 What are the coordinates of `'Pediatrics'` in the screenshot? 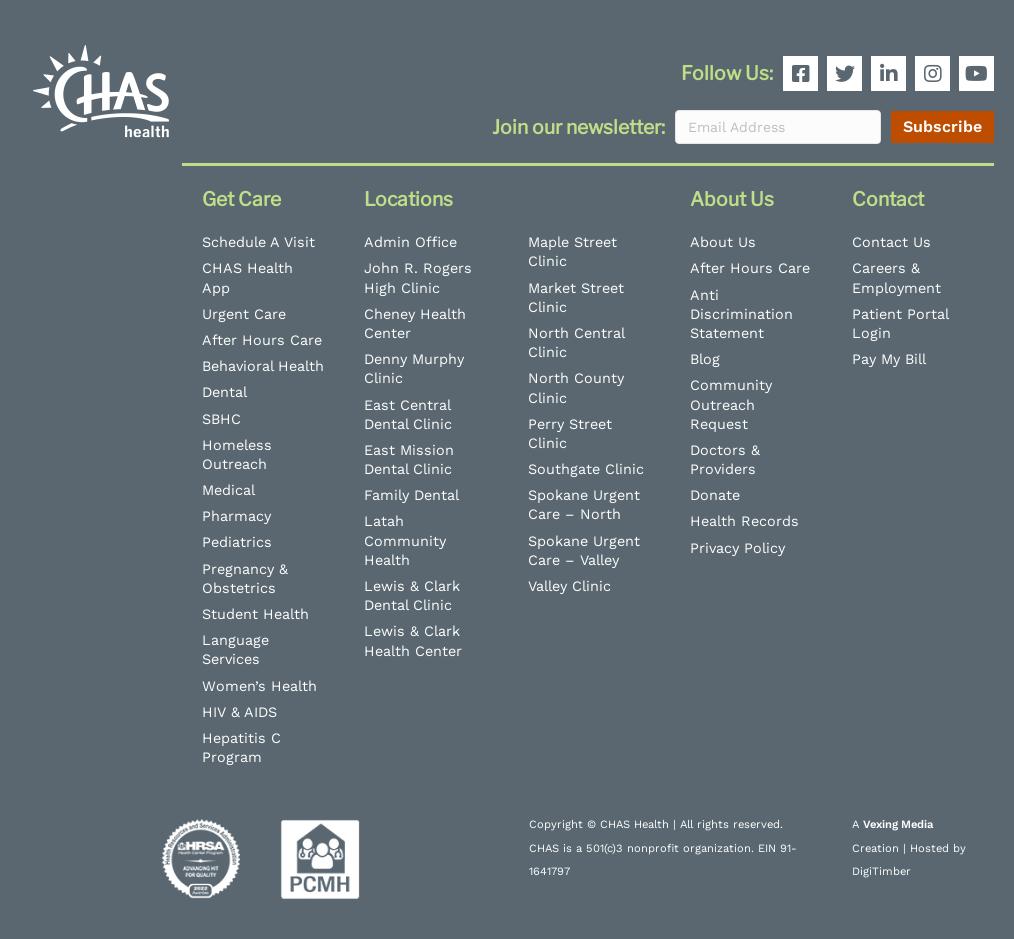 It's located at (235, 541).